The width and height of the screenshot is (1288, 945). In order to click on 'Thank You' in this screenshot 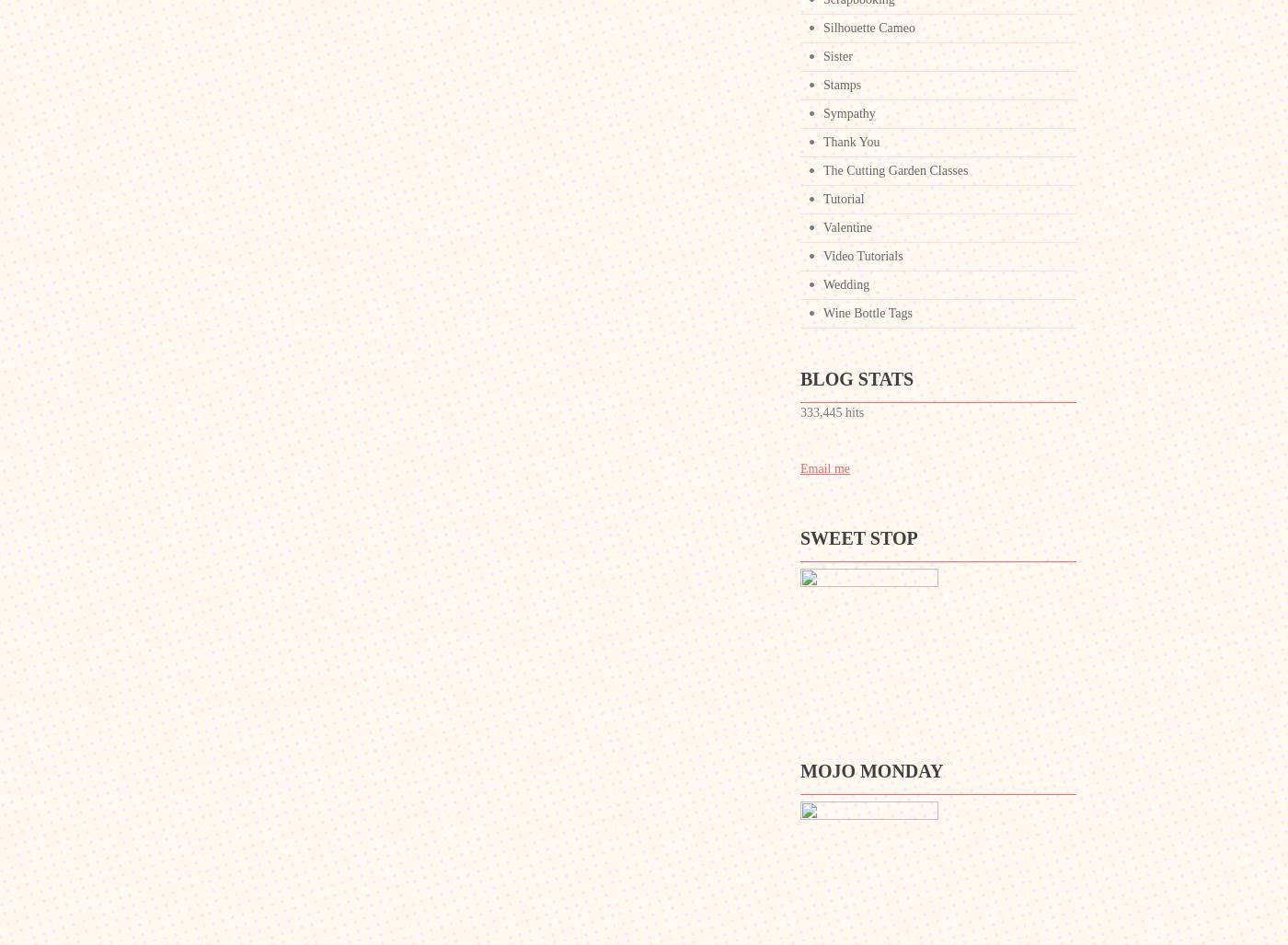, I will do `click(851, 142)`.